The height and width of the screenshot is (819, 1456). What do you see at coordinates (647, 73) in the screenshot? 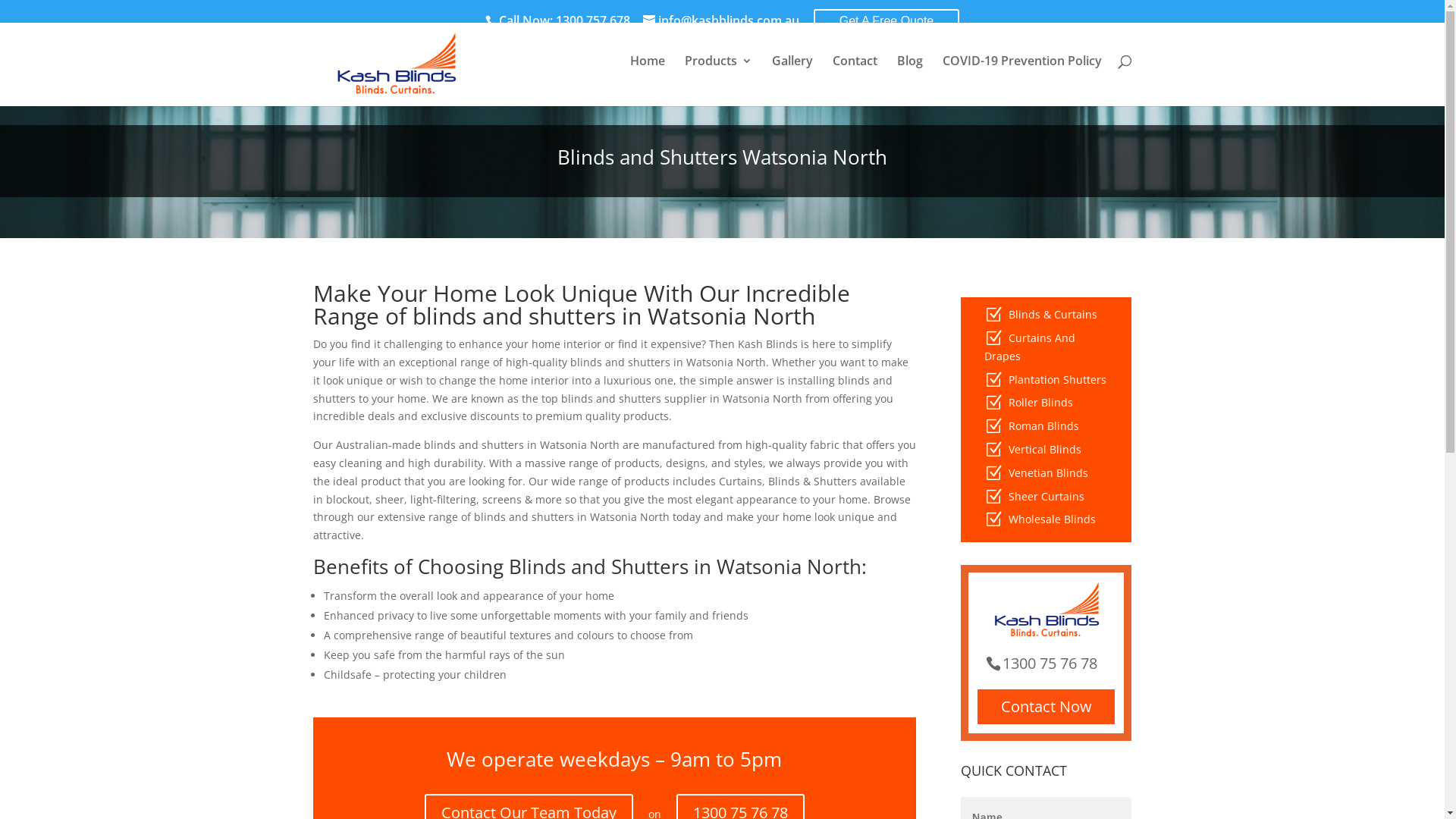
I see `'Home'` at bounding box center [647, 73].